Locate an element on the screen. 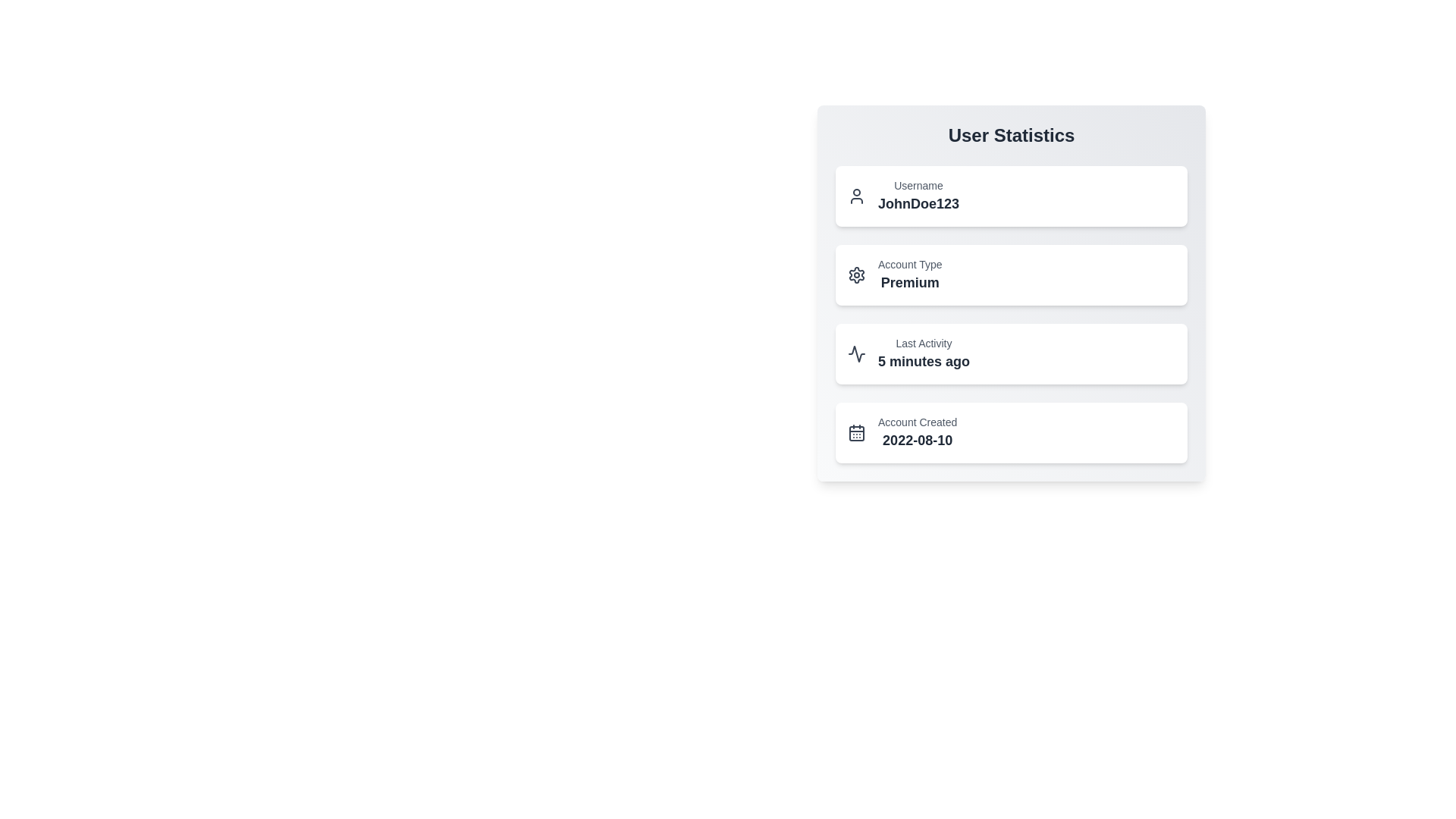  the informational timestamp text label indicating the date when the account was created, located at the lower right corner of the 'User Statistics' panel is located at coordinates (917, 441).